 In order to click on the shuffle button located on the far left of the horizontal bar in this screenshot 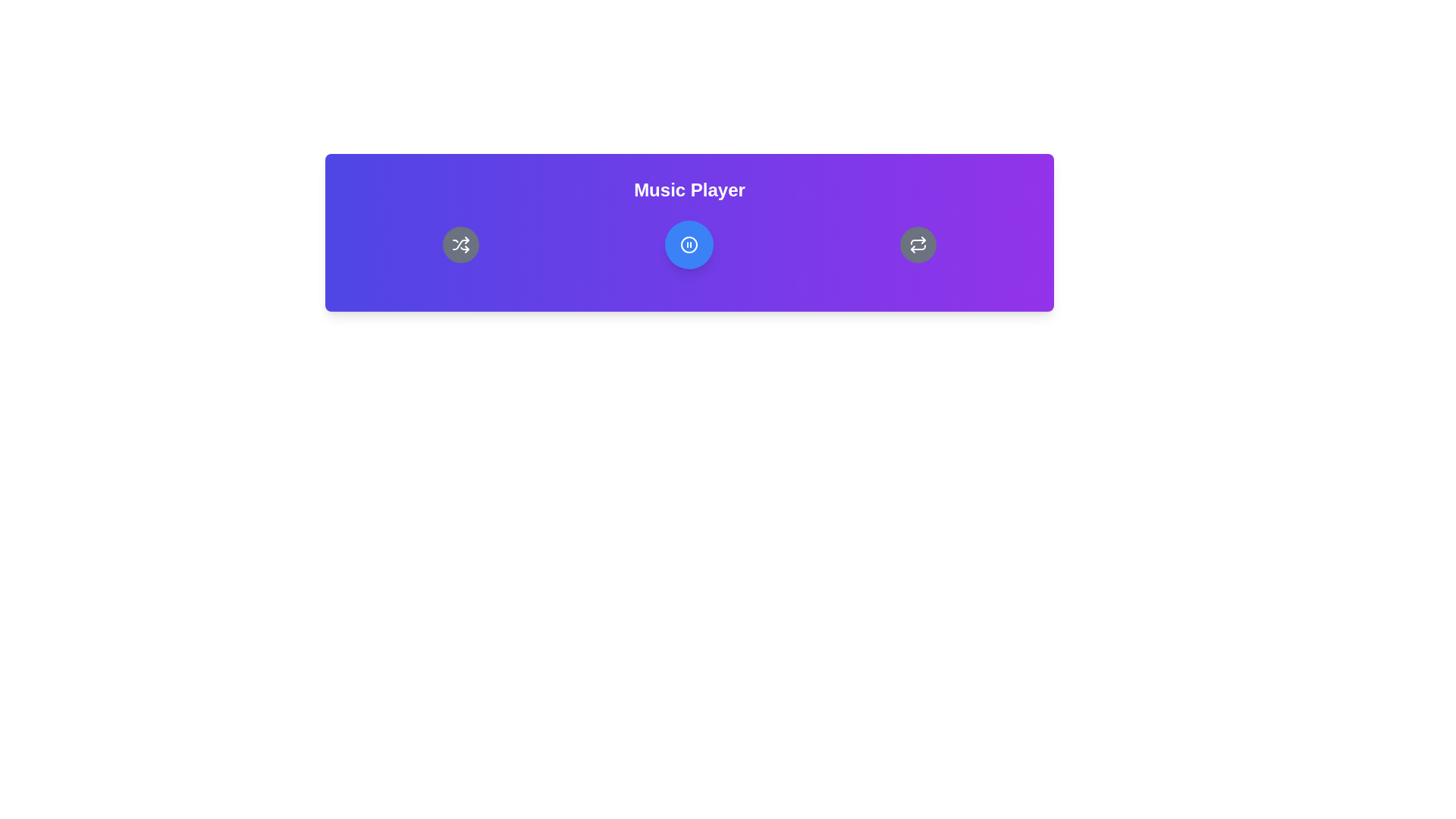, I will do `click(460, 244)`.